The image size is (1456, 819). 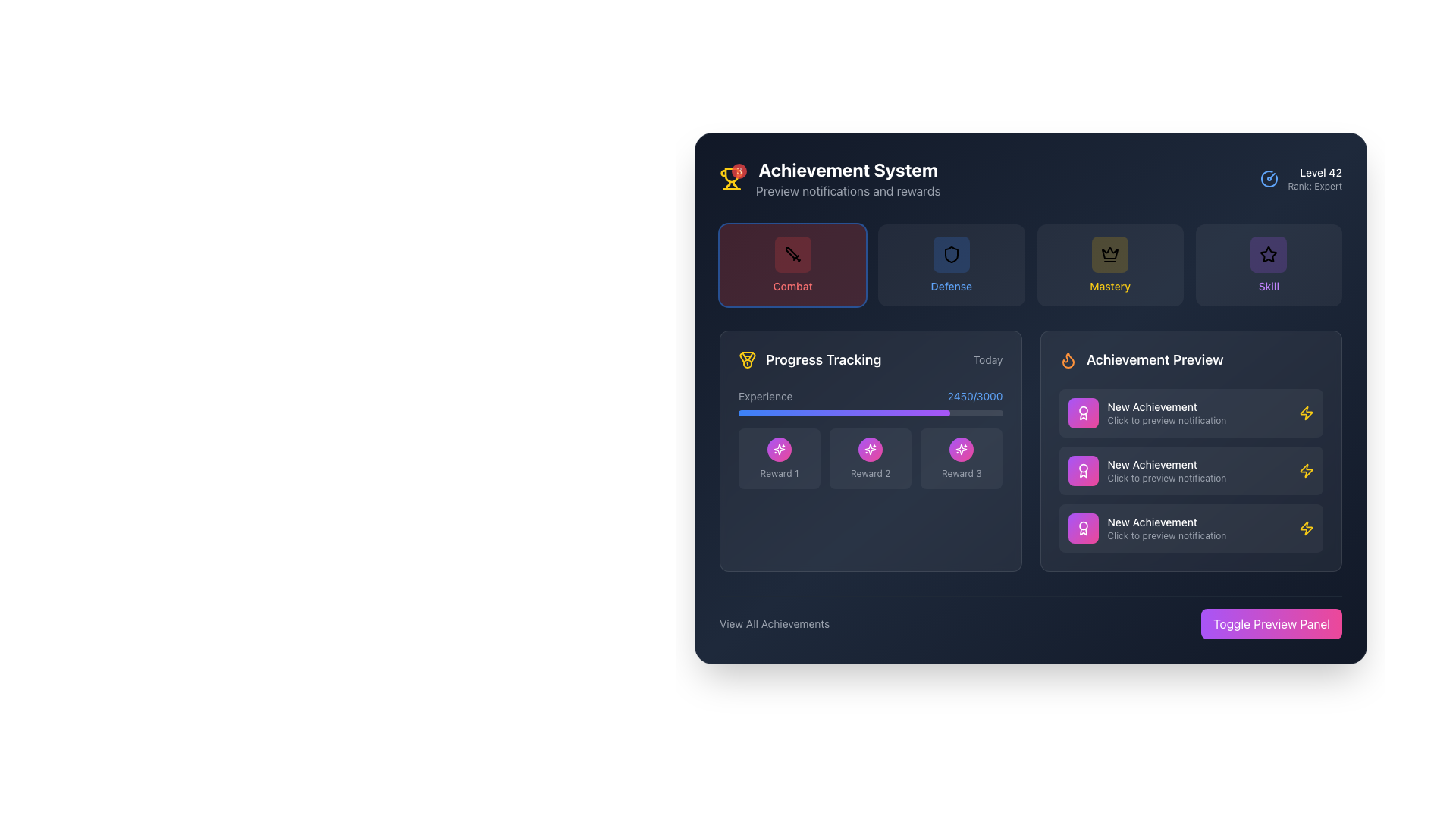 I want to click on the decorative Icon (SVG) indicating a special feature, located at the bottom right quadrant of the interface, so click(x=780, y=449).